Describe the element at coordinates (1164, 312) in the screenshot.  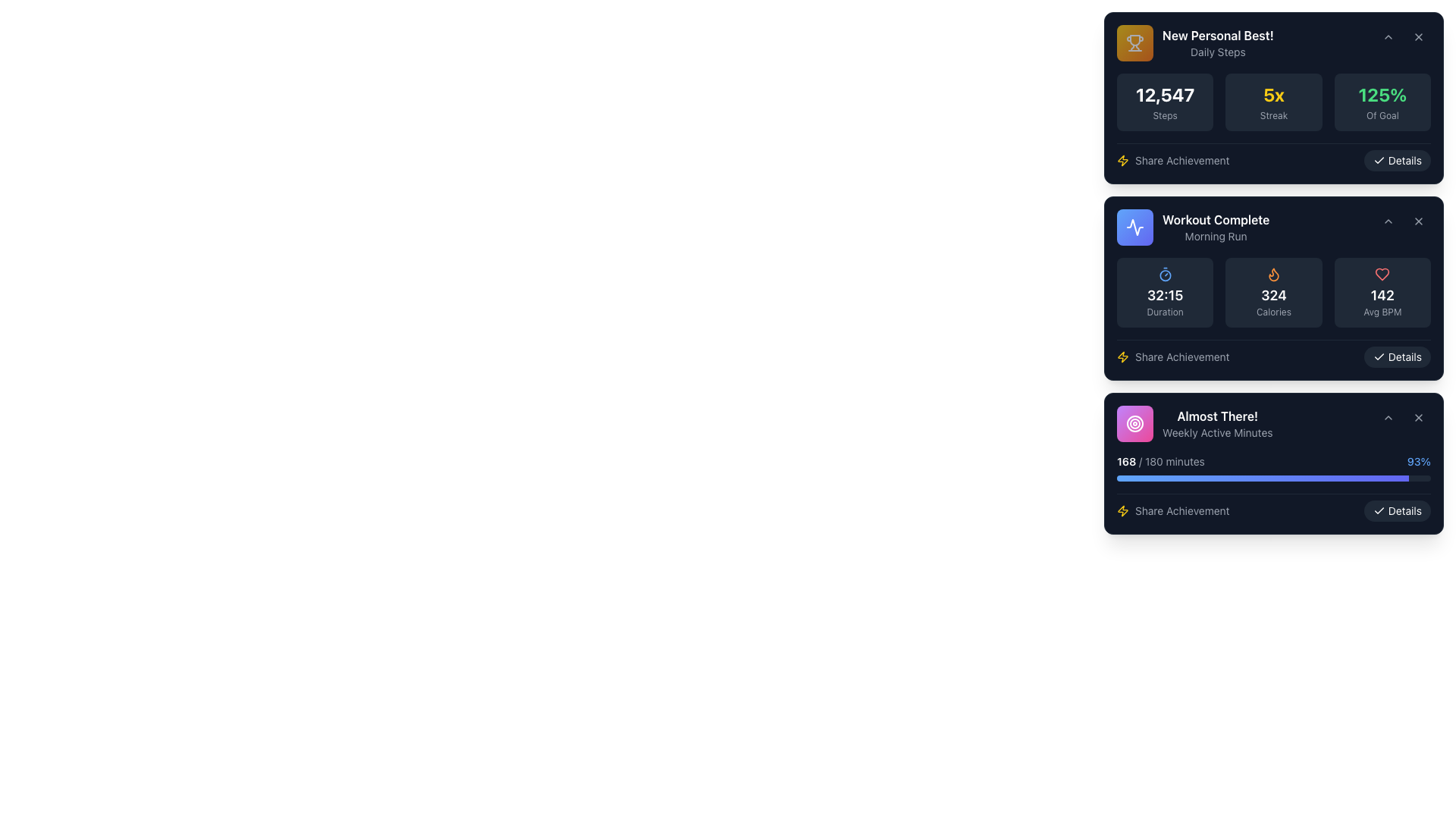
I see `the static text label displaying 'Duration', which is located beneath the bold numeral '32:15' in the second card of a vertically stacked list` at that location.